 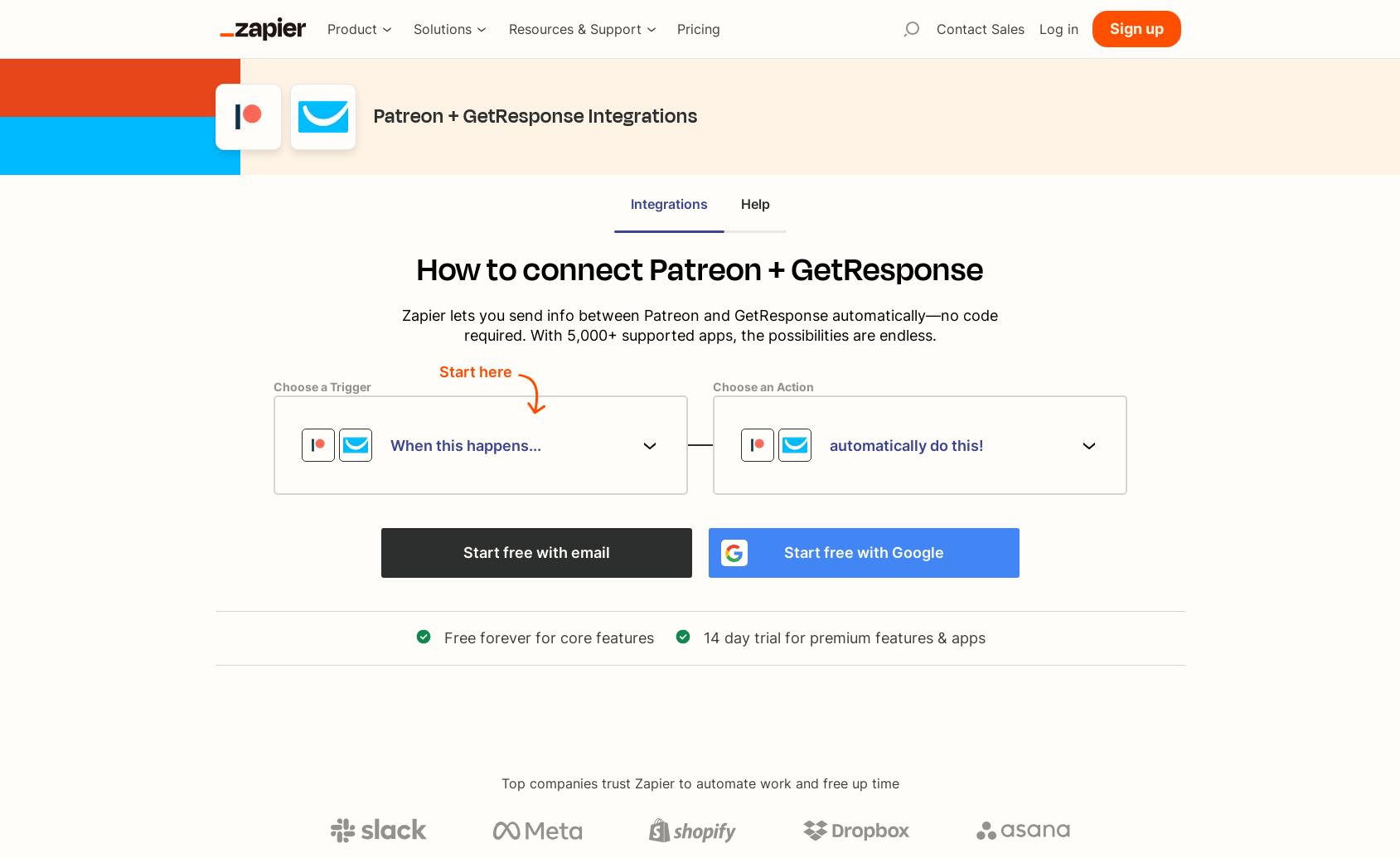 I want to click on 'Integrations', so click(x=629, y=202).